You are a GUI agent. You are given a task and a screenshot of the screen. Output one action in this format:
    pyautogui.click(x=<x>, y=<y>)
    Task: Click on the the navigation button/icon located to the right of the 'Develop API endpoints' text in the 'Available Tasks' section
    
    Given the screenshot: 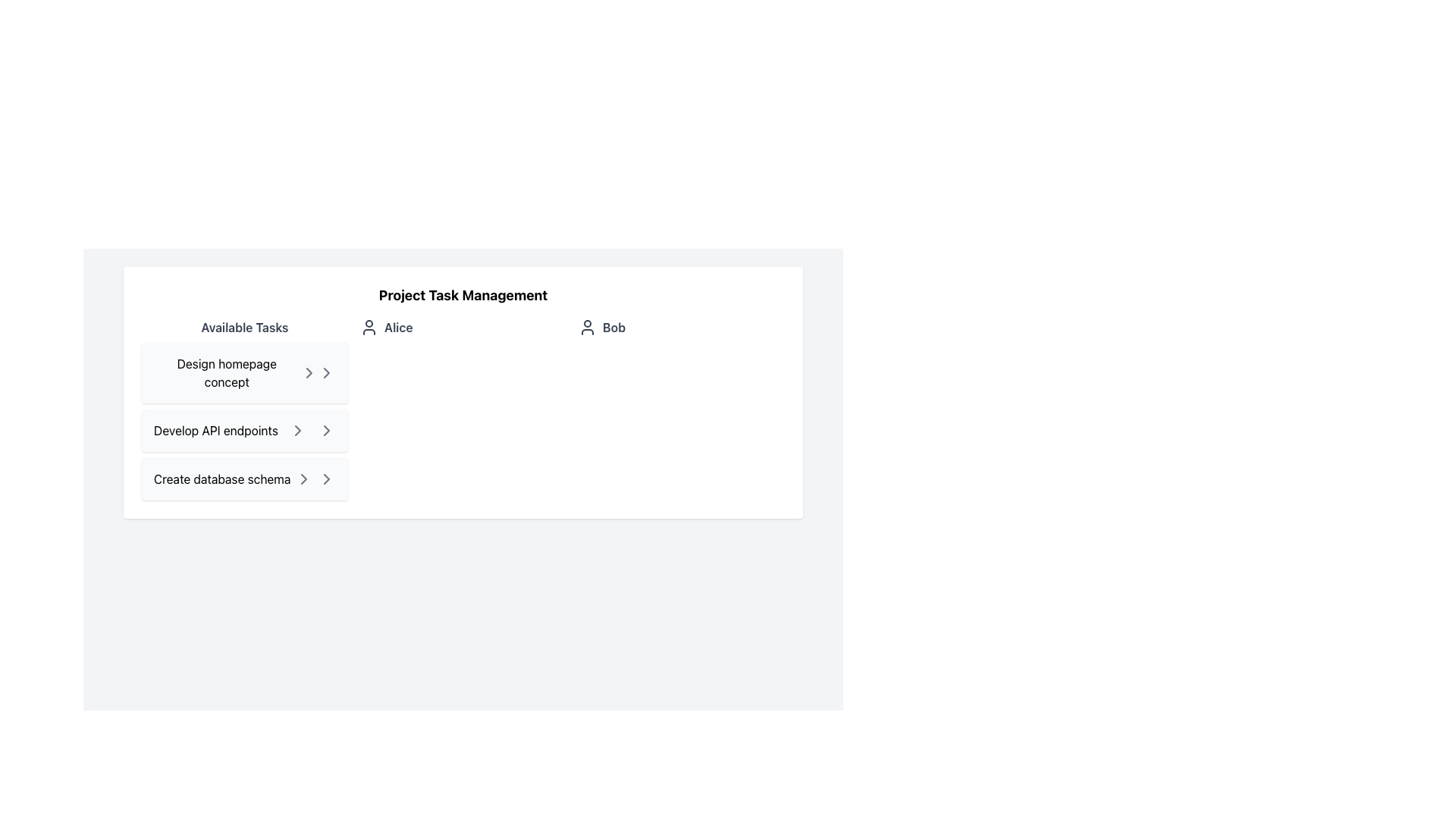 What is the action you would take?
    pyautogui.click(x=298, y=430)
    